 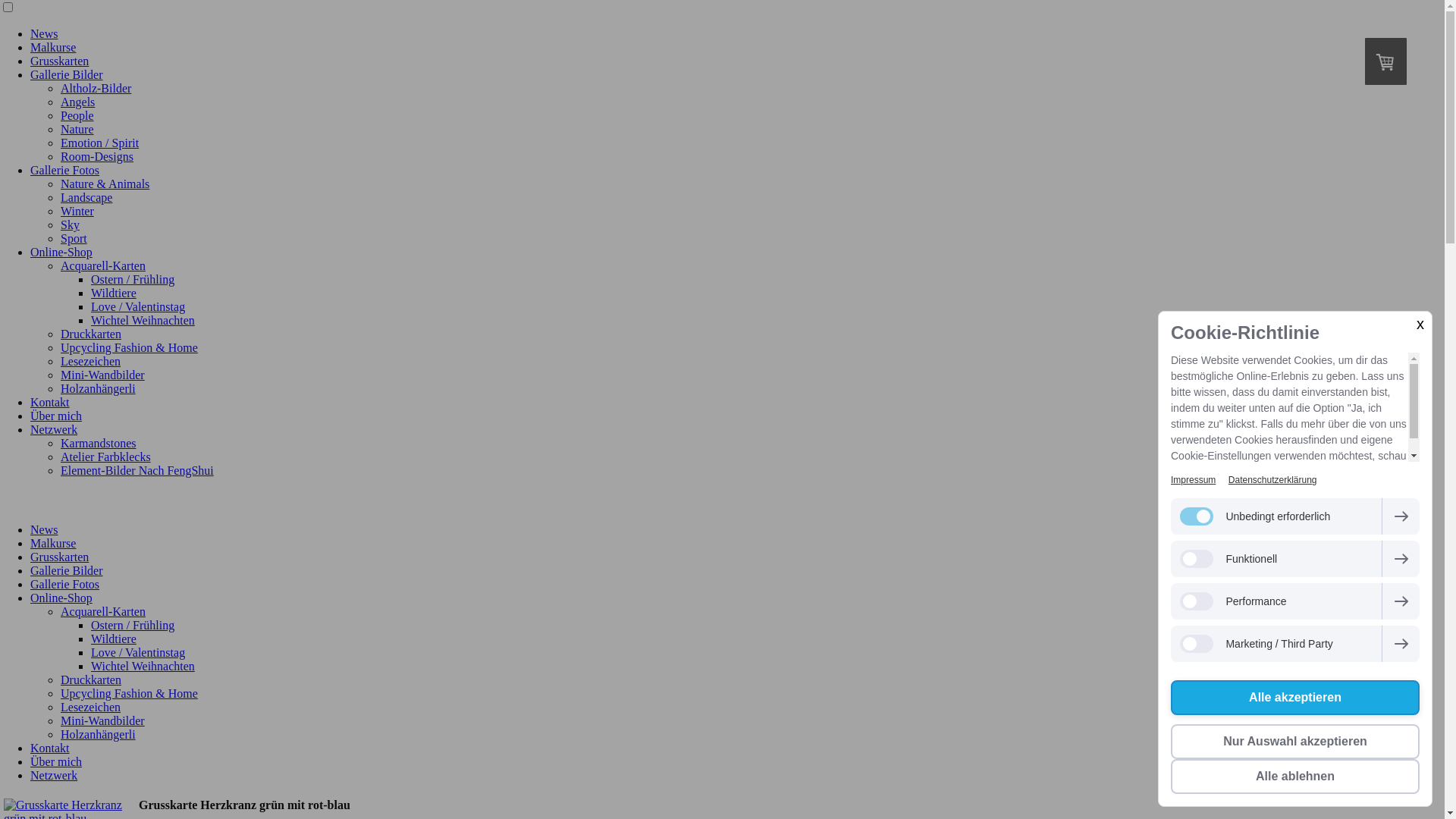 What do you see at coordinates (138, 651) in the screenshot?
I see `'Love / Valentinstag'` at bounding box center [138, 651].